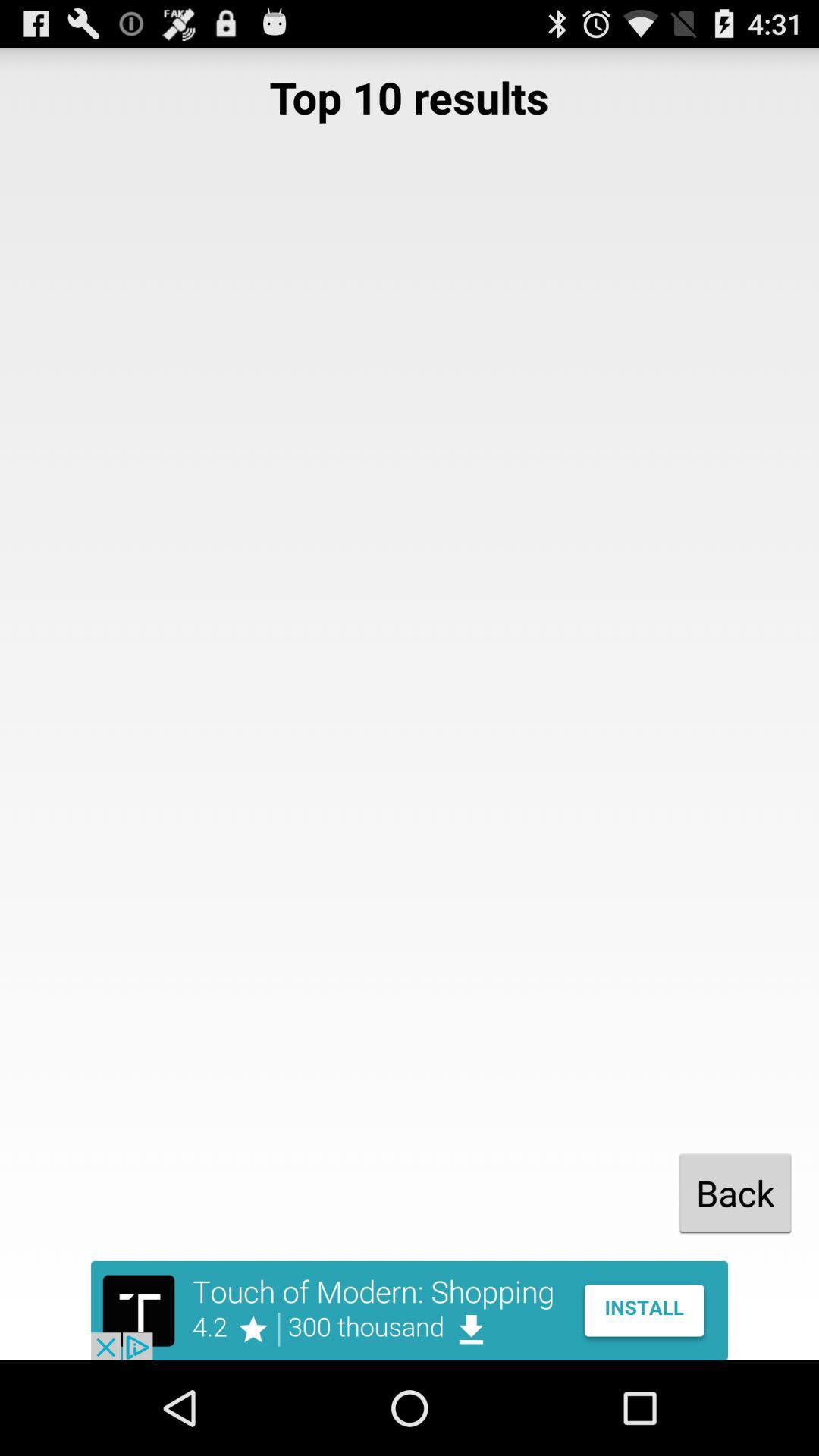  I want to click on advertisement, so click(409, 1310).